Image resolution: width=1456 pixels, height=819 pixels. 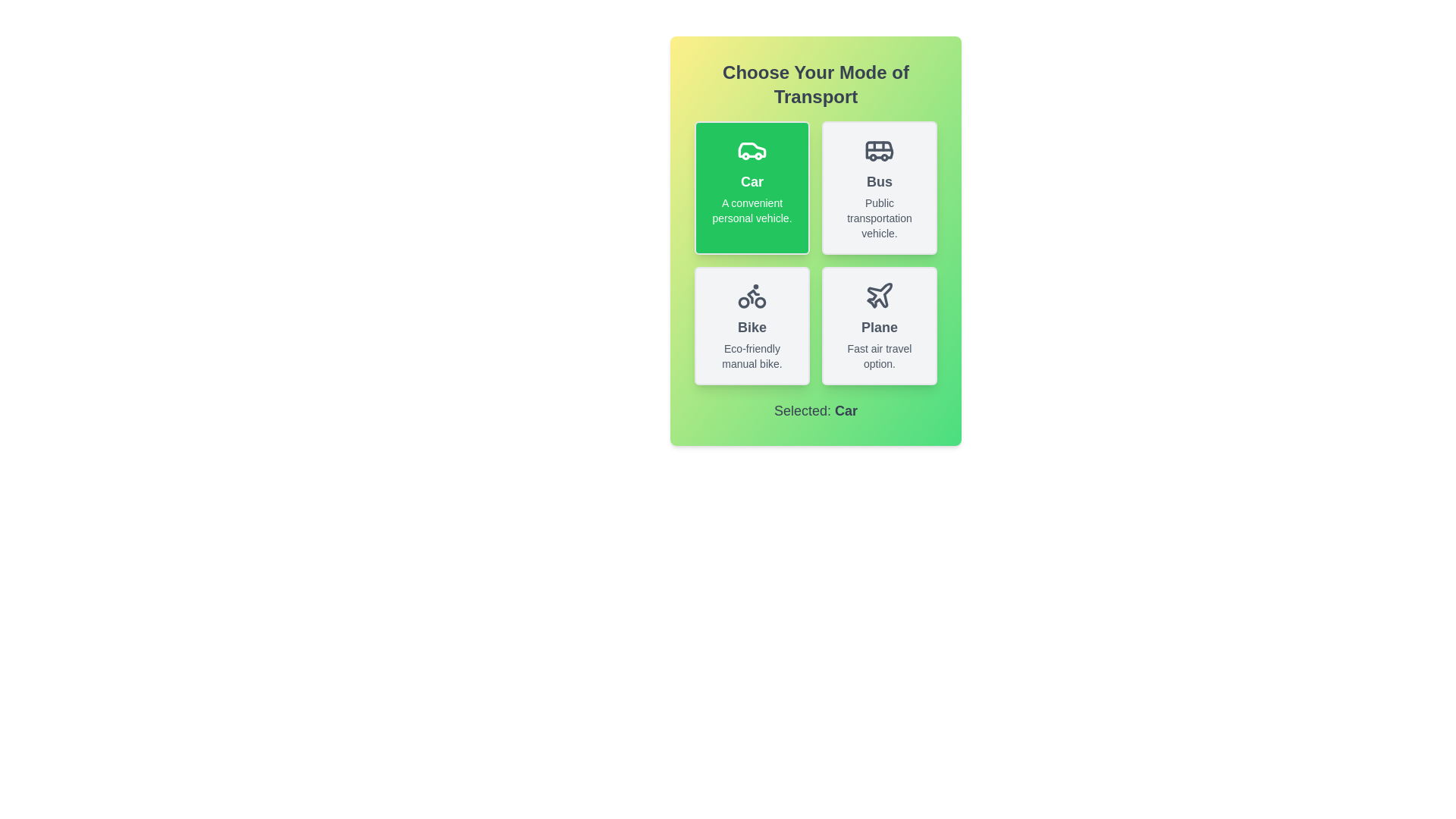 What do you see at coordinates (752, 187) in the screenshot?
I see `the transport mode Car by clicking the corresponding button` at bounding box center [752, 187].